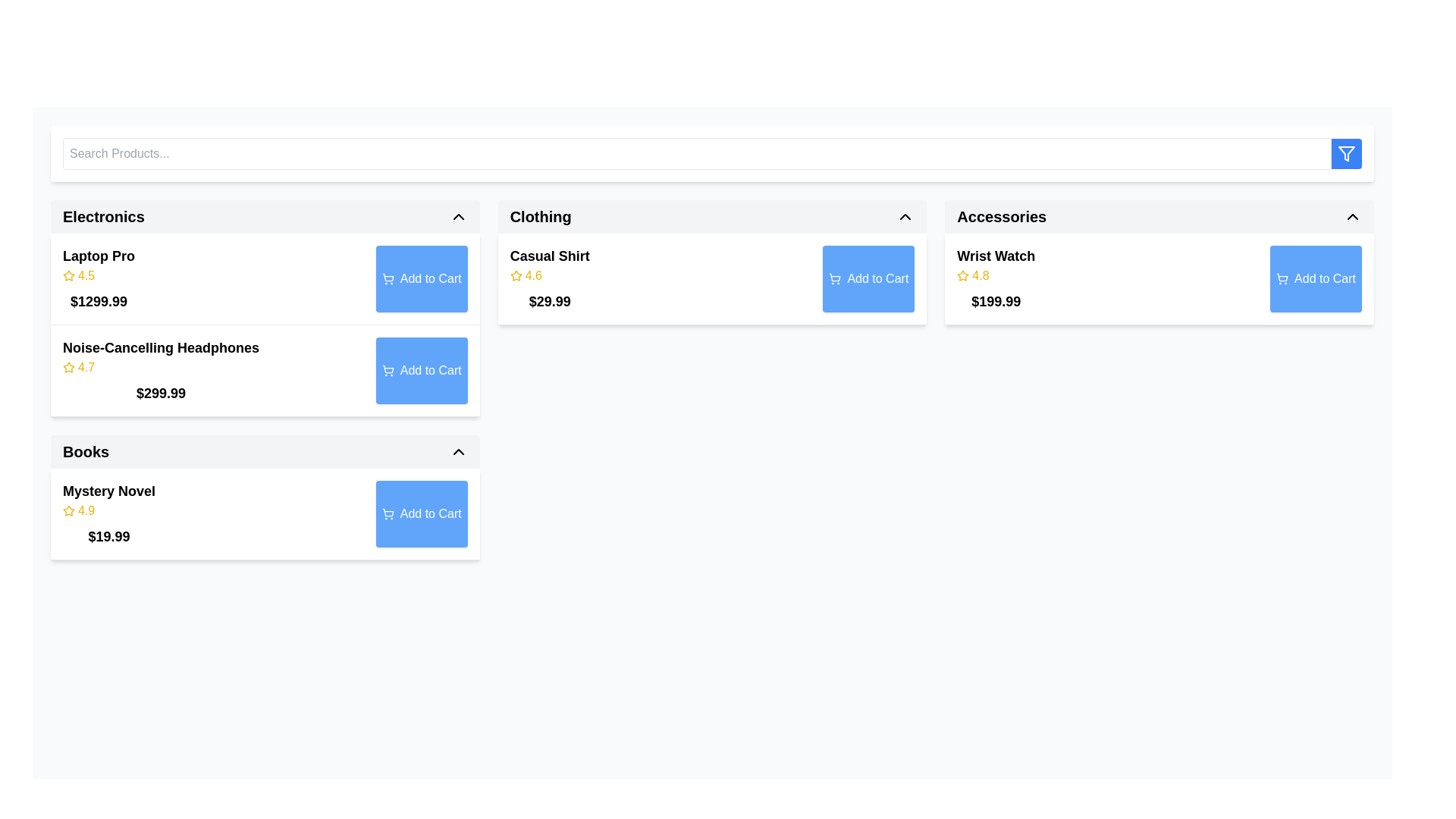 This screenshot has width=1456, height=819. I want to click on the product listing component displaying 'Casual Shirt' with a rating of 4.6 and an 'Add to Cart' button, so click(711, 279).